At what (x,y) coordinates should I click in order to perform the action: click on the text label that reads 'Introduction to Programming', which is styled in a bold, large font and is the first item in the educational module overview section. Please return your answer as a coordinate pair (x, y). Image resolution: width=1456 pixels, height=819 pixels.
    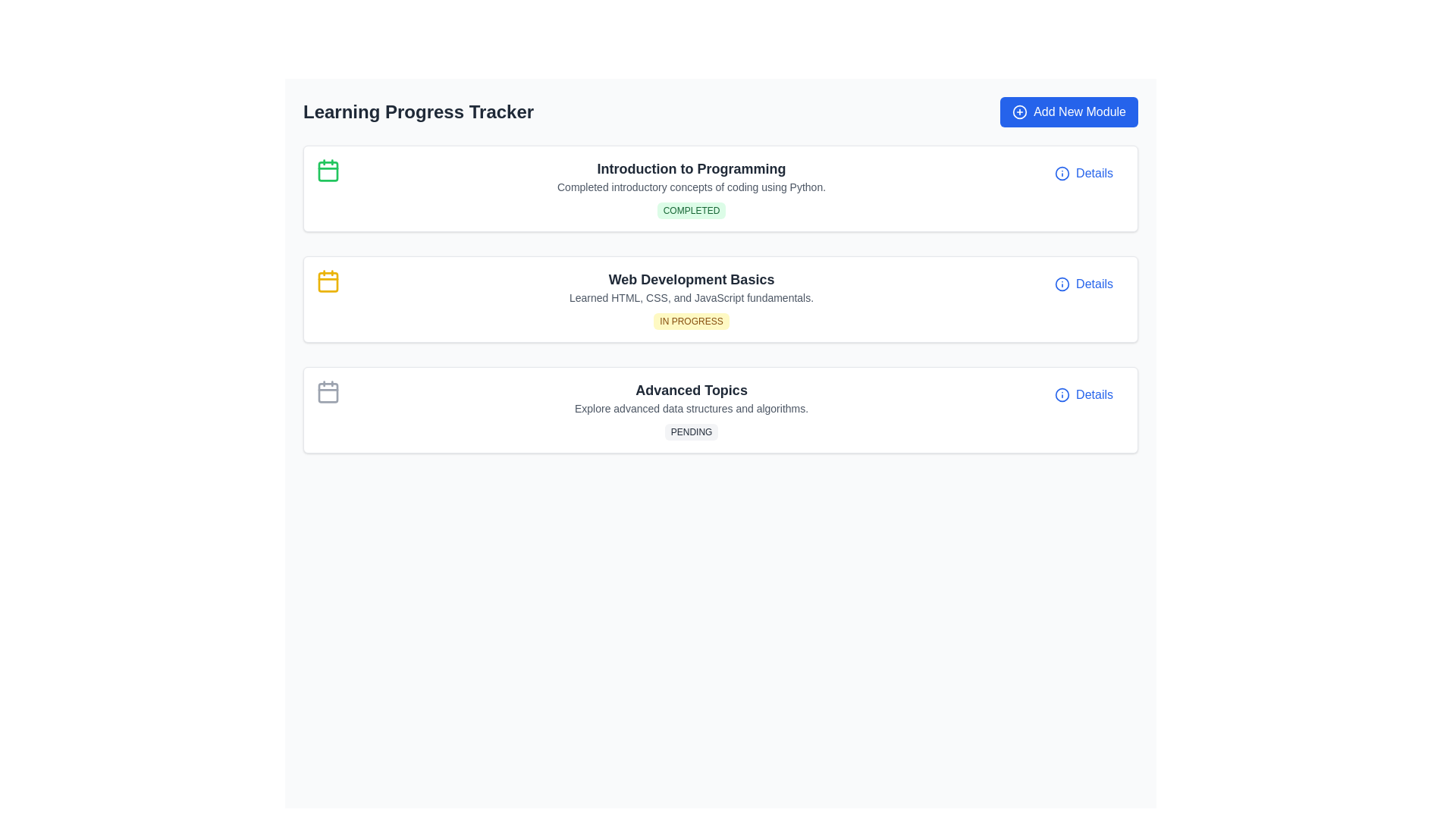
    Looking at the image, I should click on (691, 169).